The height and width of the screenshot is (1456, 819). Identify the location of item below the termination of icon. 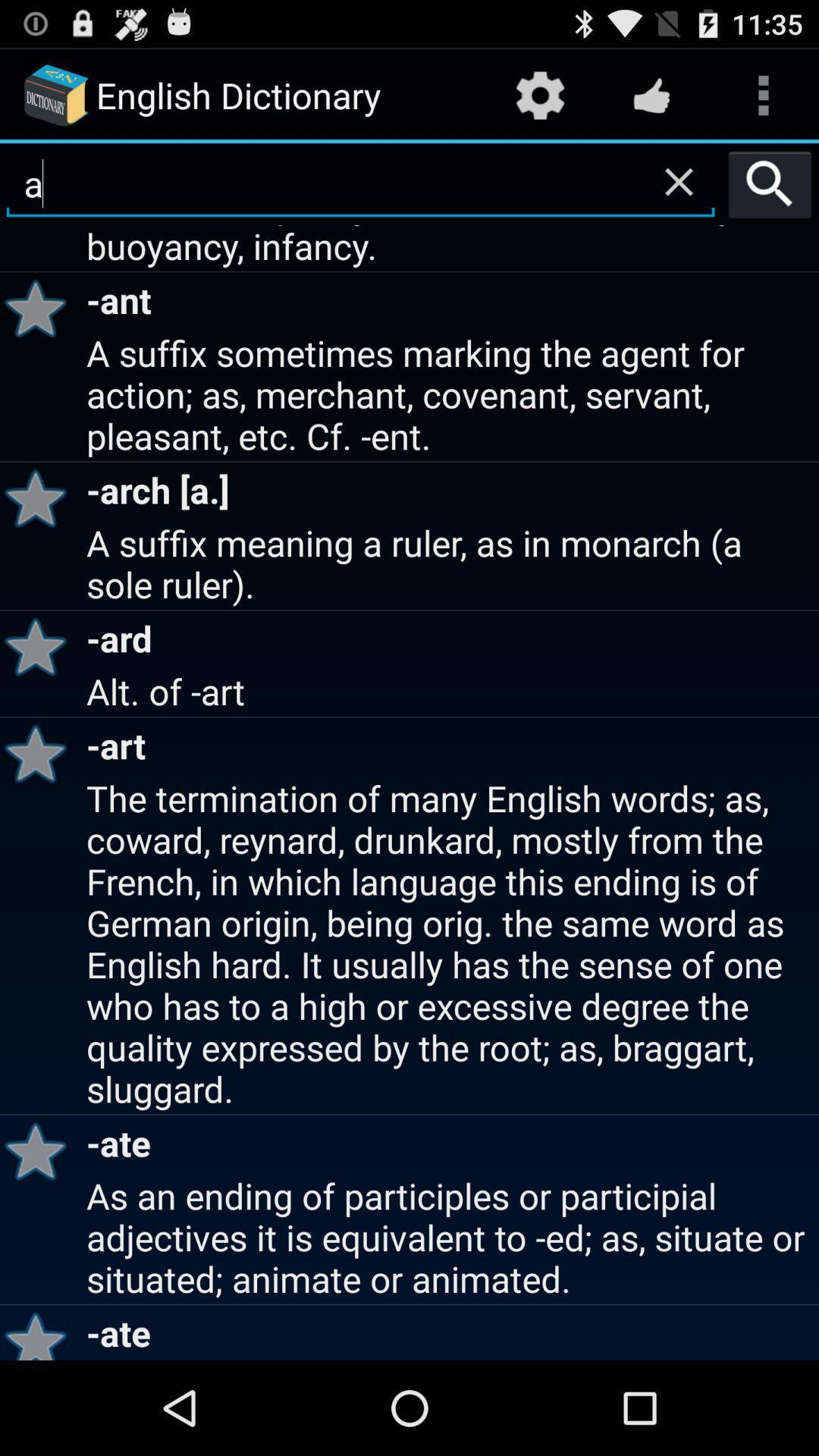
(40, 1150).